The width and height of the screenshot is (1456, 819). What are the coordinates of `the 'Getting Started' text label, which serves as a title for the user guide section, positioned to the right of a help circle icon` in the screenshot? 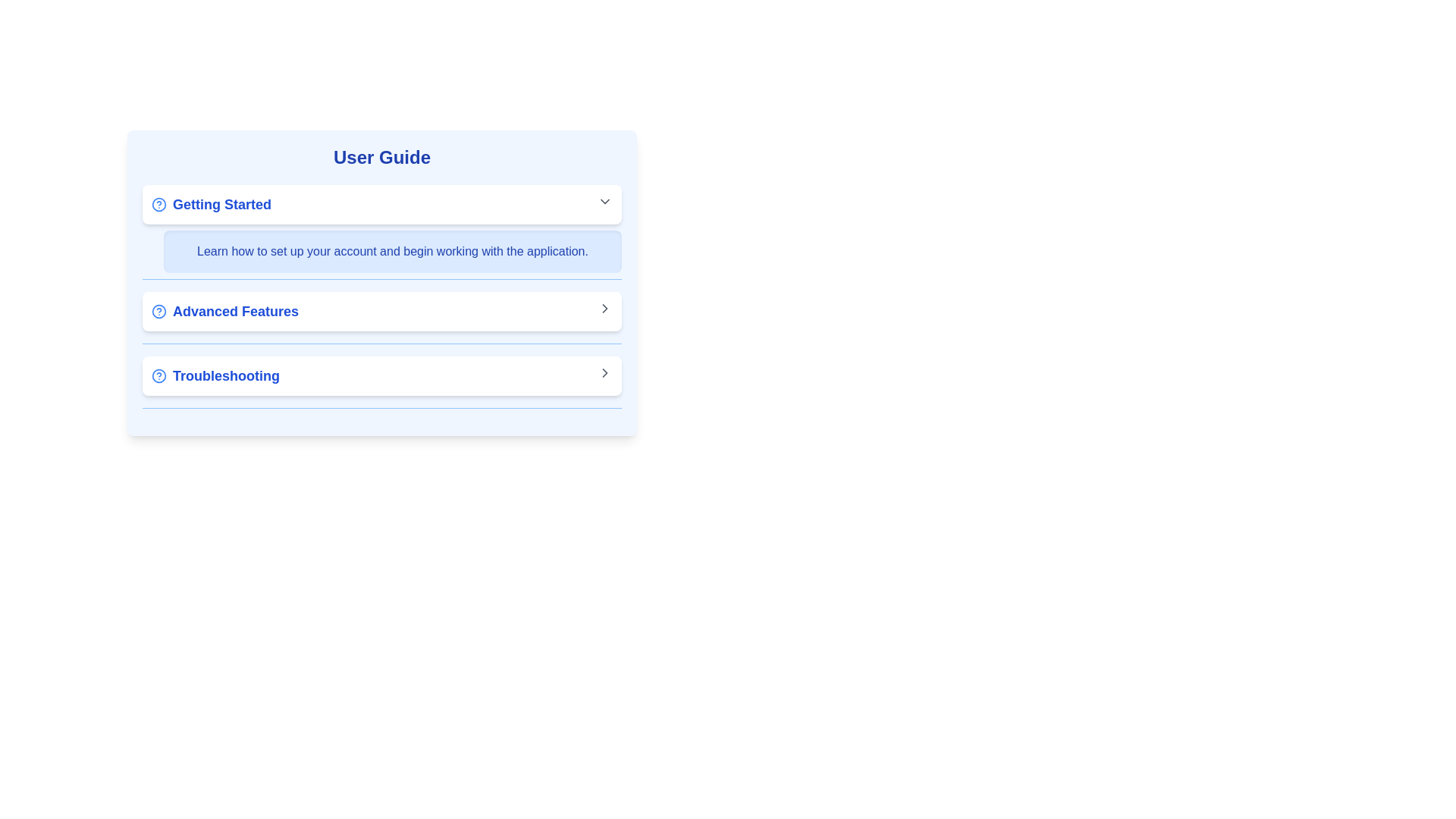 It's located at (221, 205).